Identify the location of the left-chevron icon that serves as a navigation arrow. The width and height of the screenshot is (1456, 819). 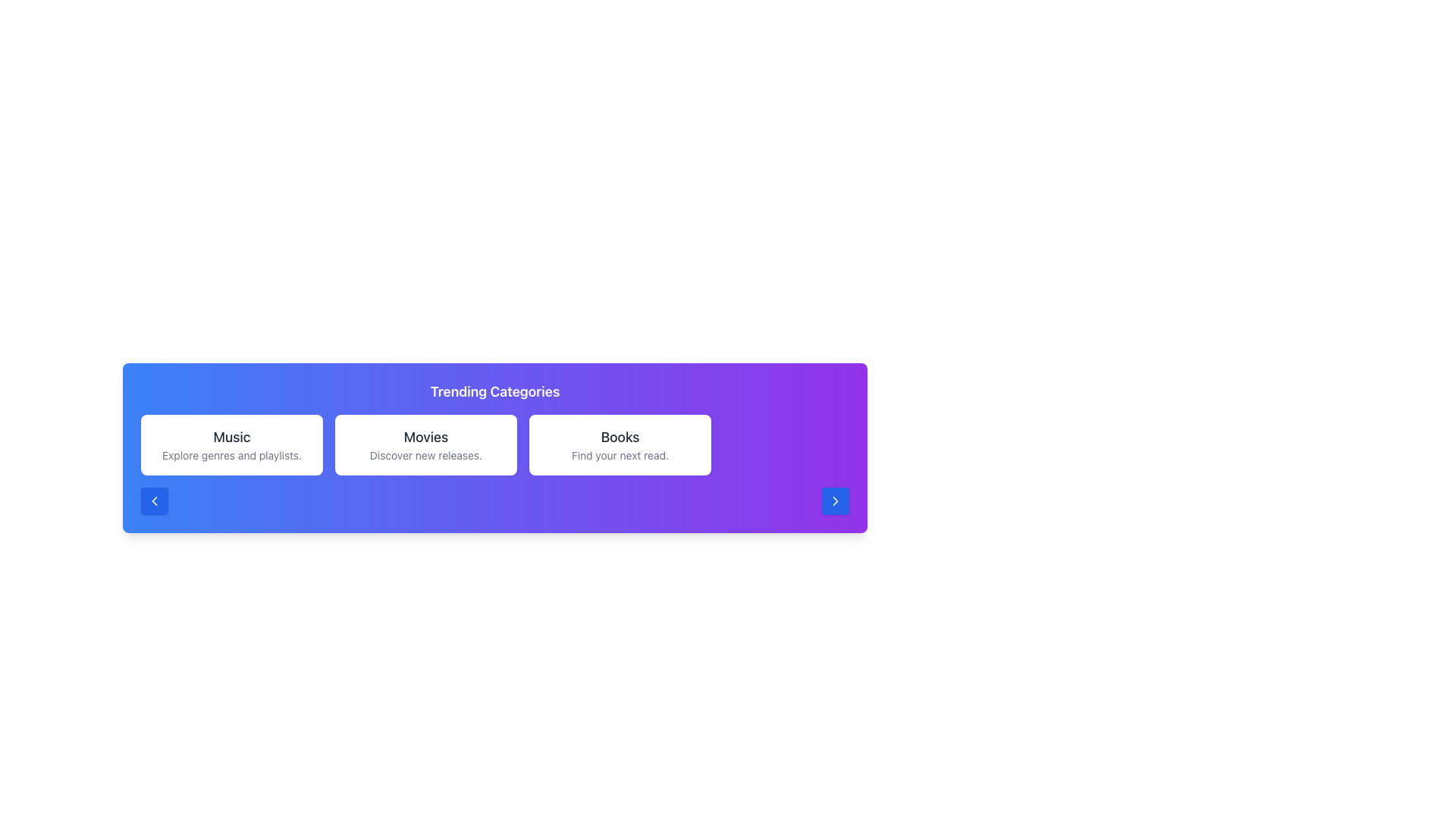
(154, 500).